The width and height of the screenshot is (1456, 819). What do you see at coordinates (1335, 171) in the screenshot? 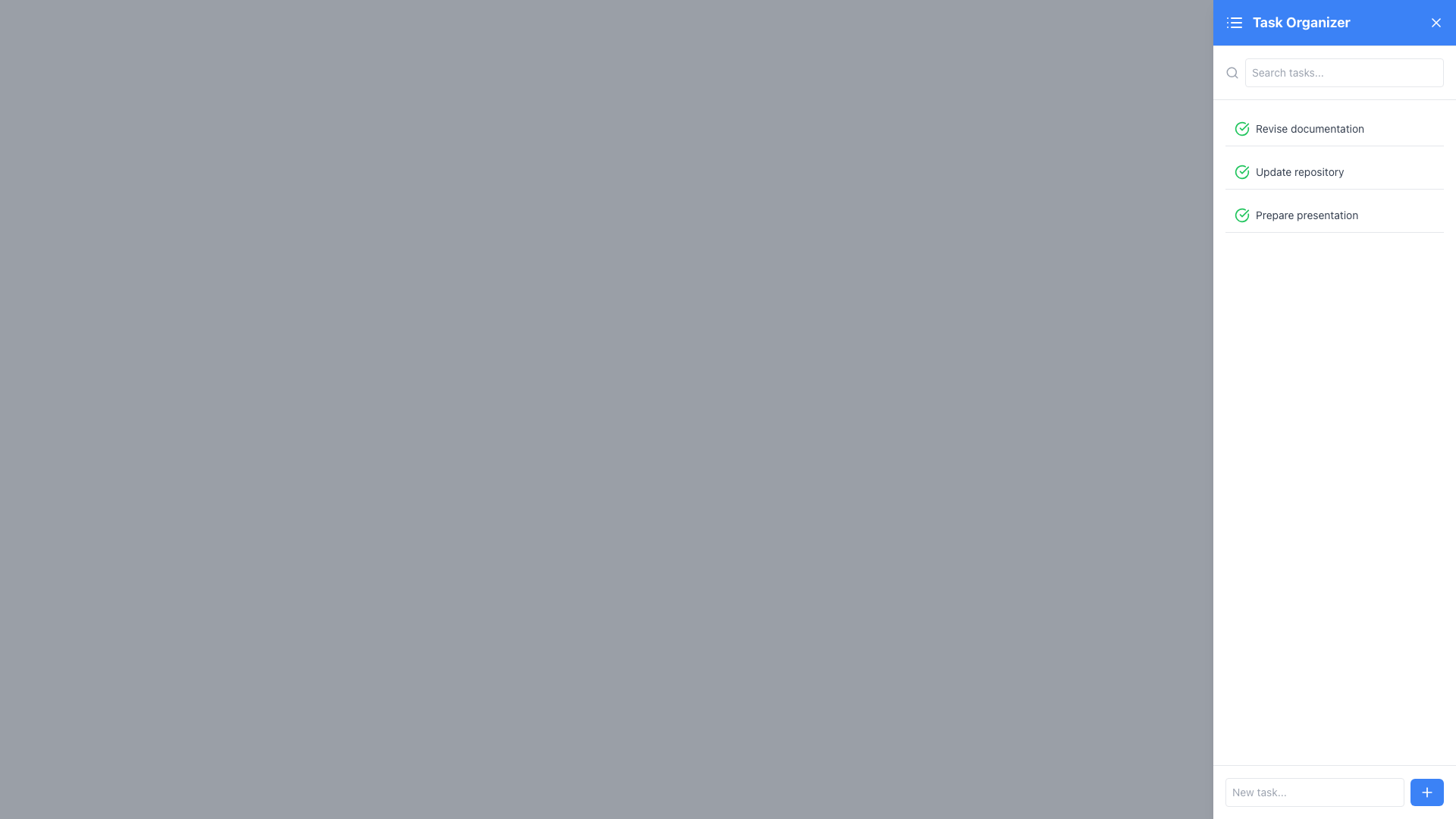
I see `the second item in the vertical list labeled 'Update repository'` at bounding box center [1335, 171].